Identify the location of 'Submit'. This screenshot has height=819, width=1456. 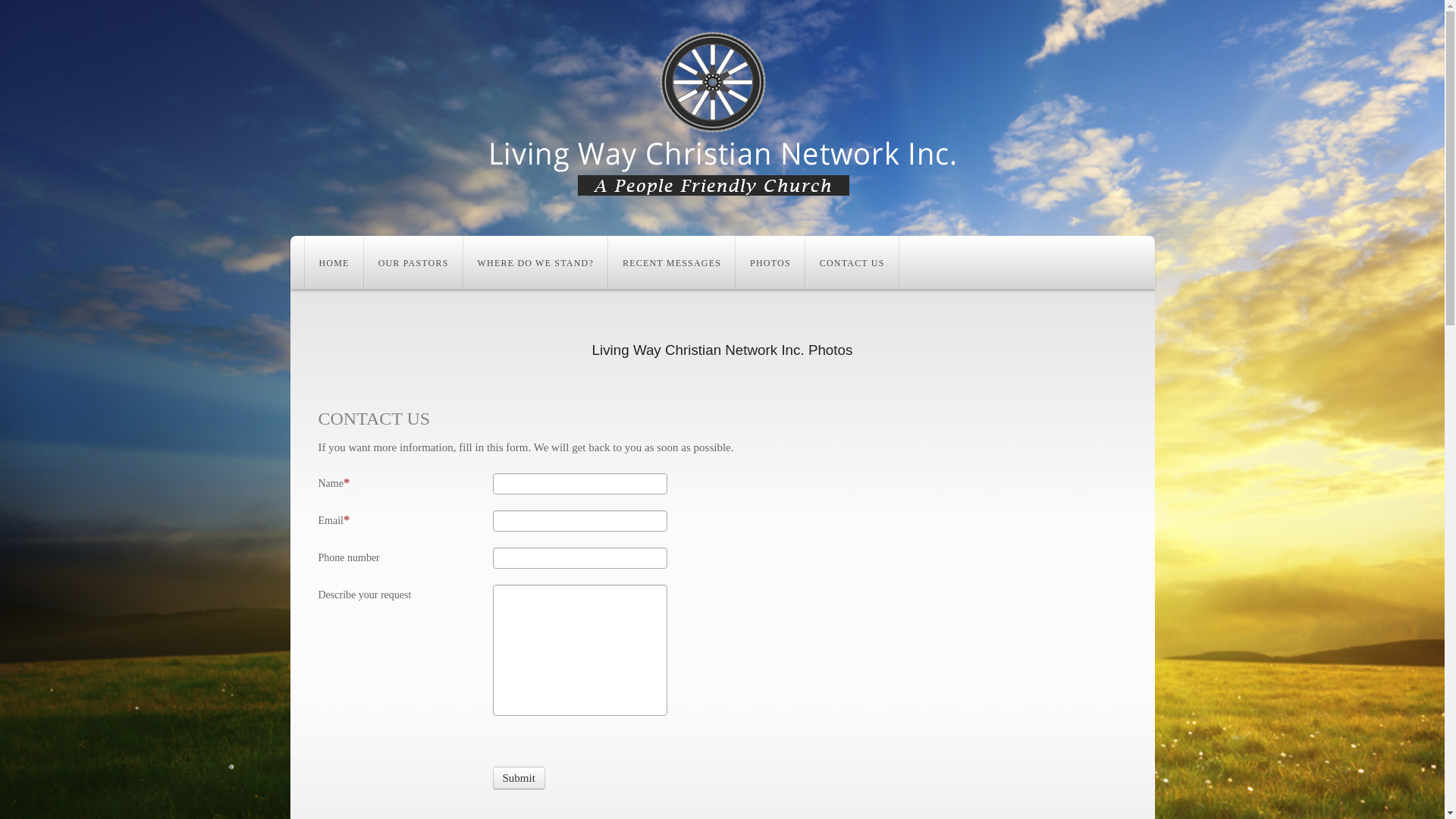
(519, 778).